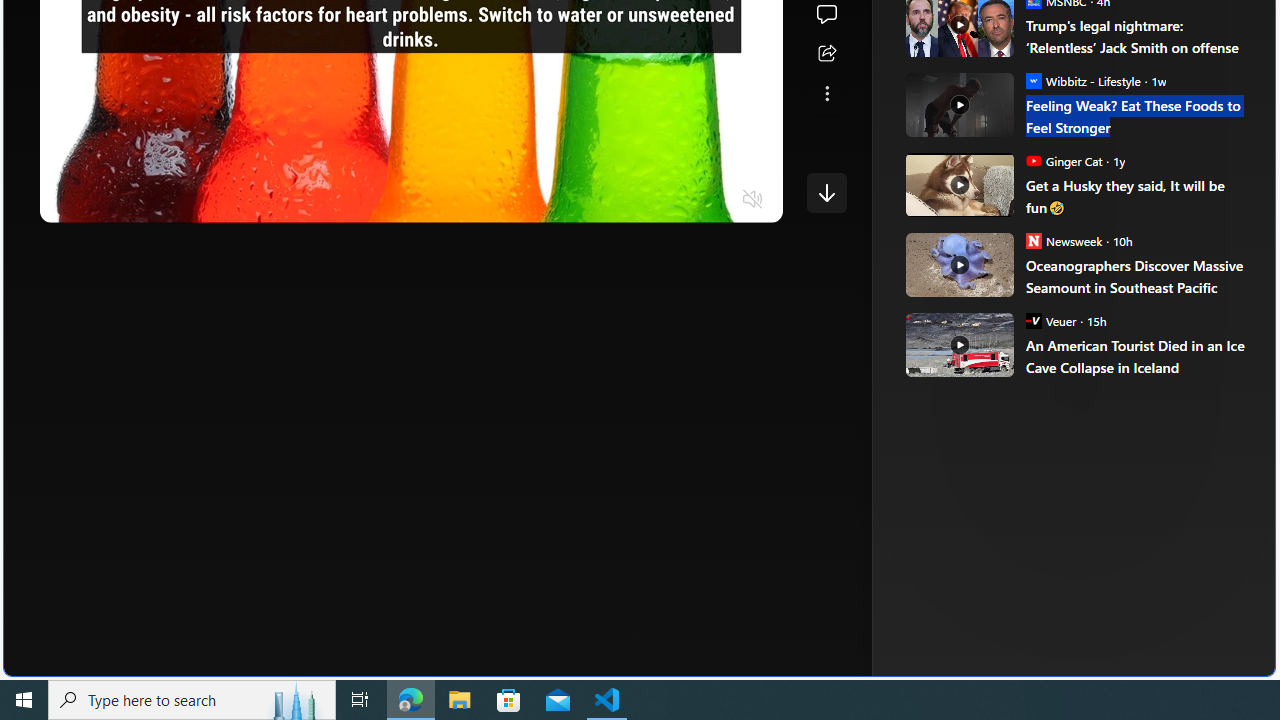  What do you see at coordinates (1136, 116) in the screenshot?
I see `'Feeling Weak? Eat These Foods to Feel Stronger'` at bounding box center [1136, 116].